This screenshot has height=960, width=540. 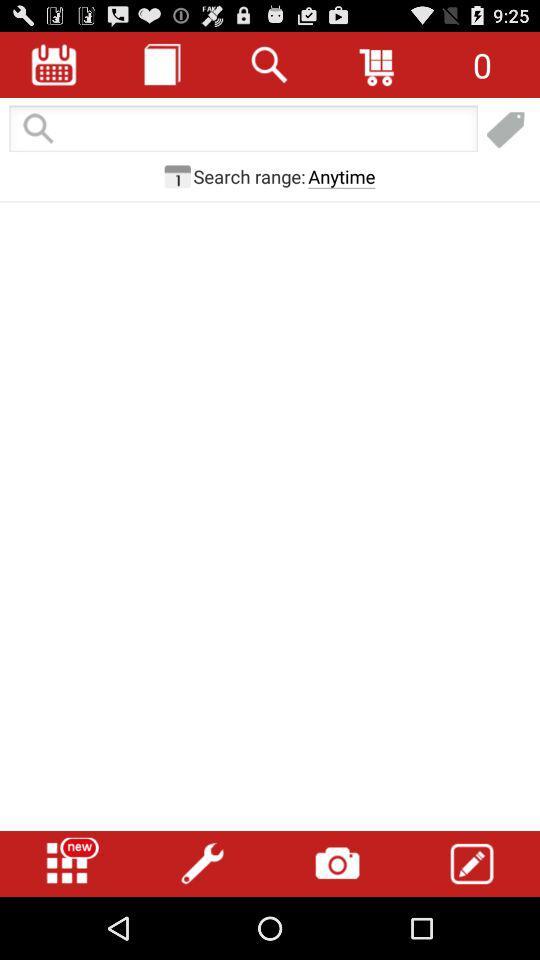 I want to click on calendar, so click(x=54, y=64).